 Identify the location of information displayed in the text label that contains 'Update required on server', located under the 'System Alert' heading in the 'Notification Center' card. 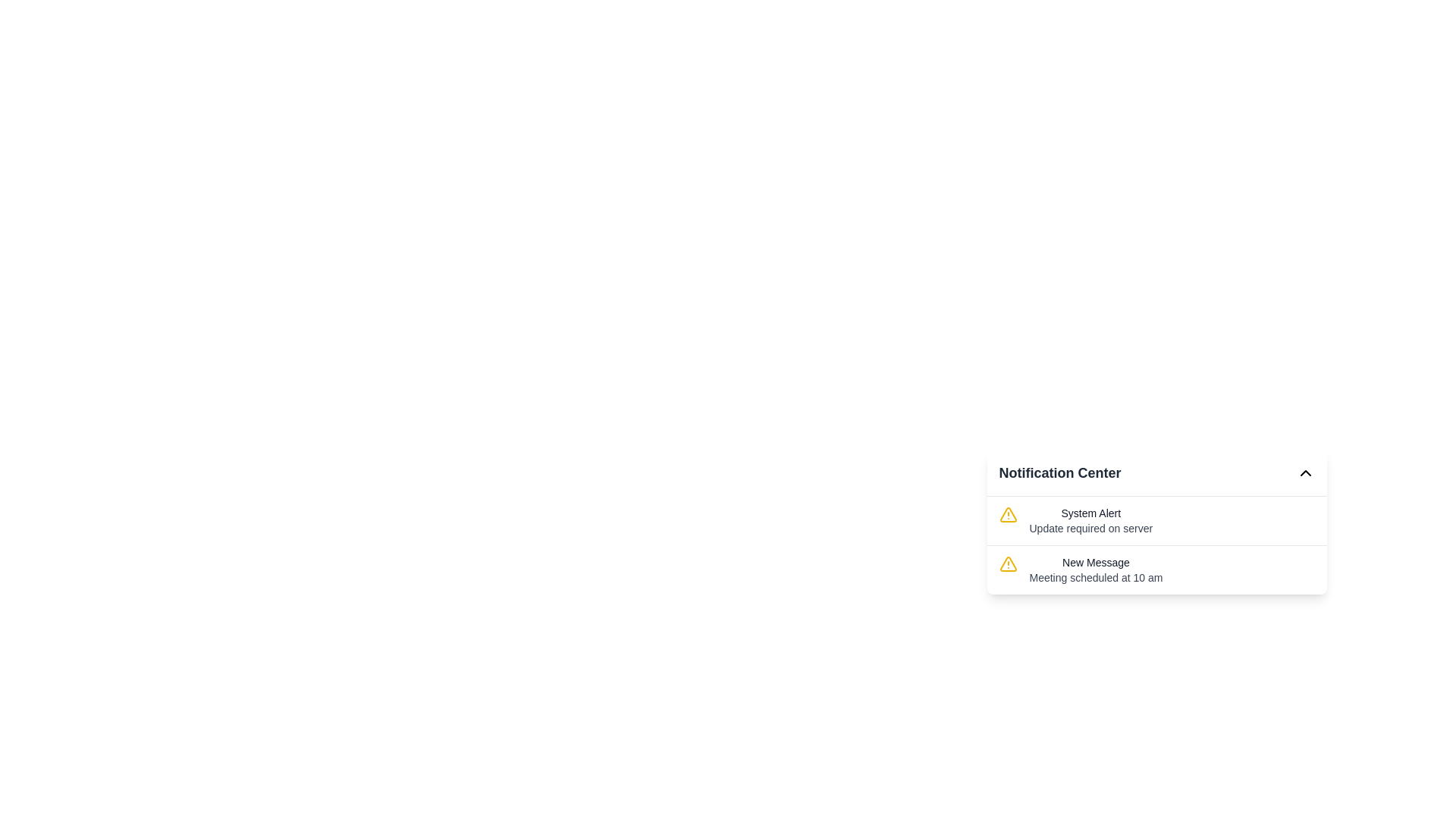
(1090, 528).